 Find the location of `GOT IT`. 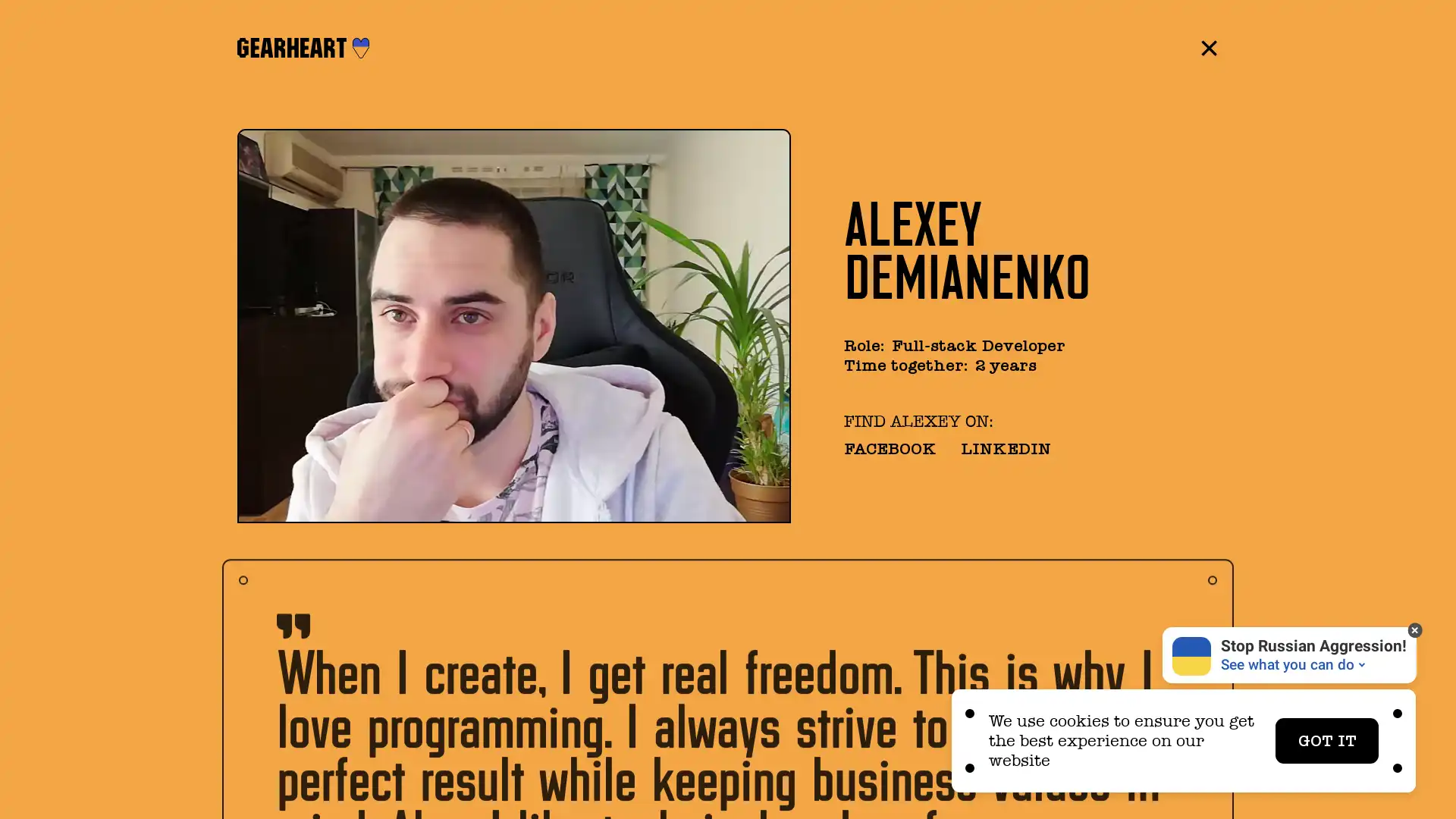

GOT IT is located at coordinates (1326, 739).